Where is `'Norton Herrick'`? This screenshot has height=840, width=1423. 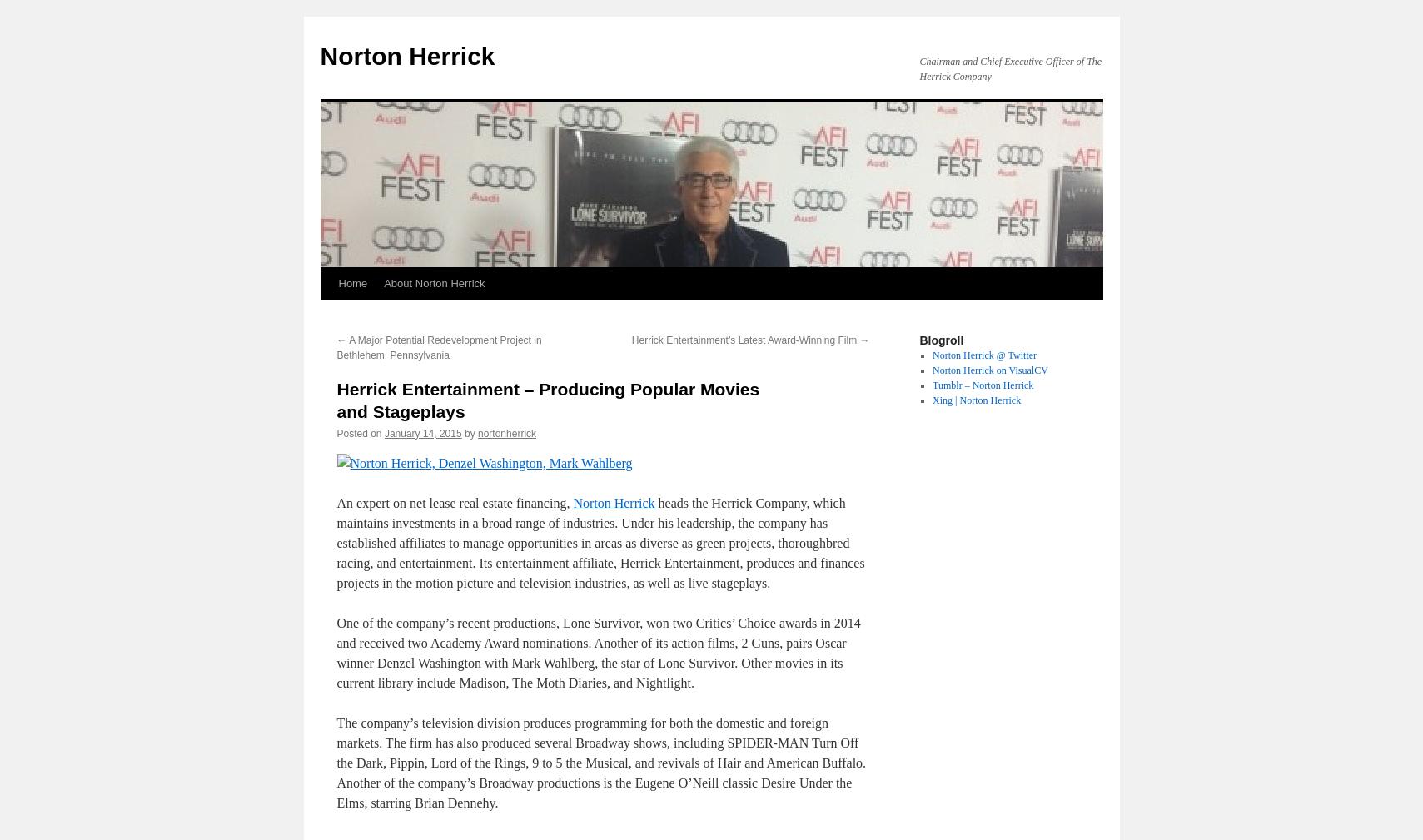 'Norton Herrick' is located at coordinates (612, 502).